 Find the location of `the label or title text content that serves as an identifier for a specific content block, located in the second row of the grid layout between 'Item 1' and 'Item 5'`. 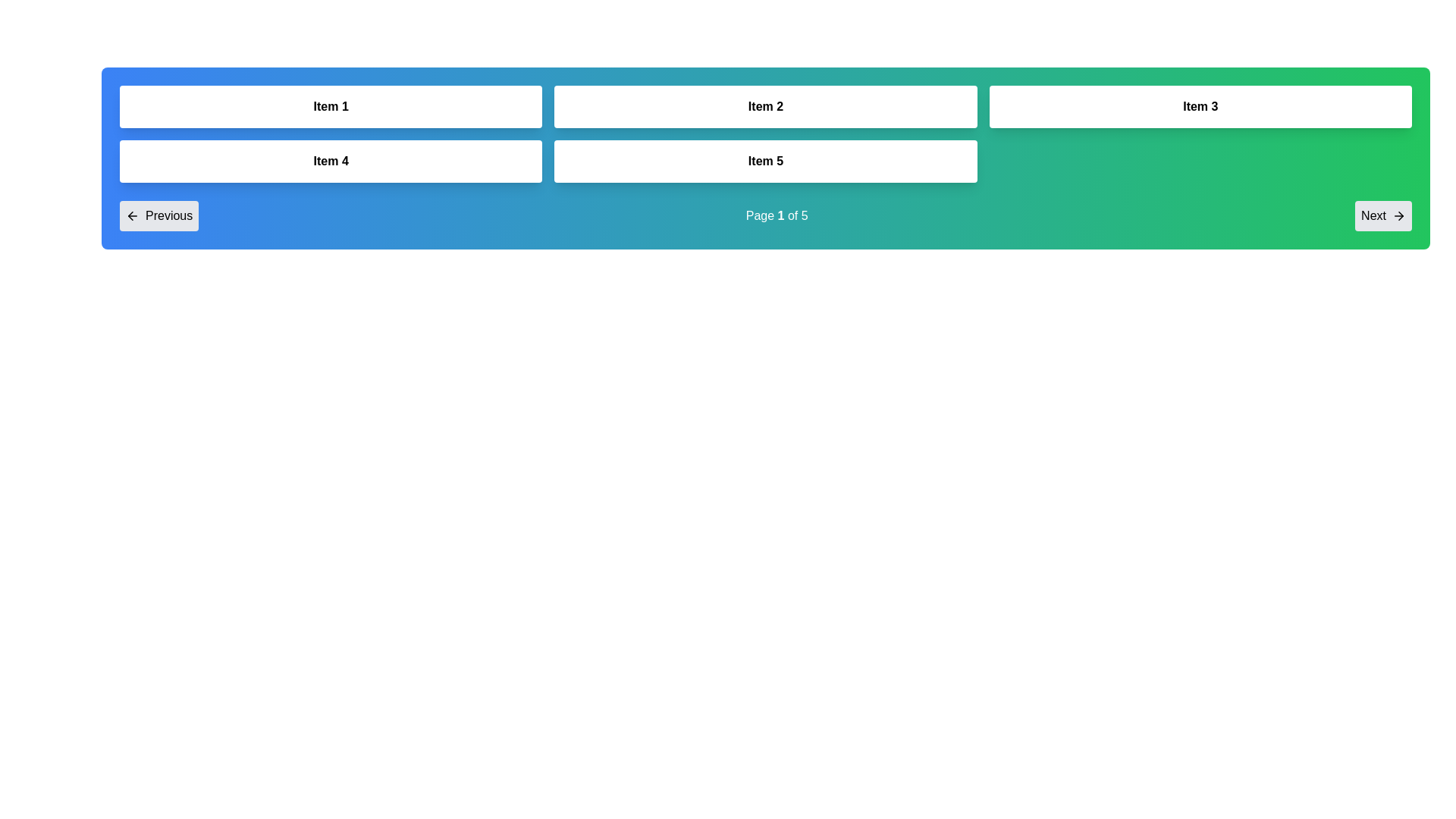

the label or title text content that serves as an identifier for a specific content block, located in the second row of the grid layout between 'Item 1' and 'Item 5' is located at coordinates (330, 161).